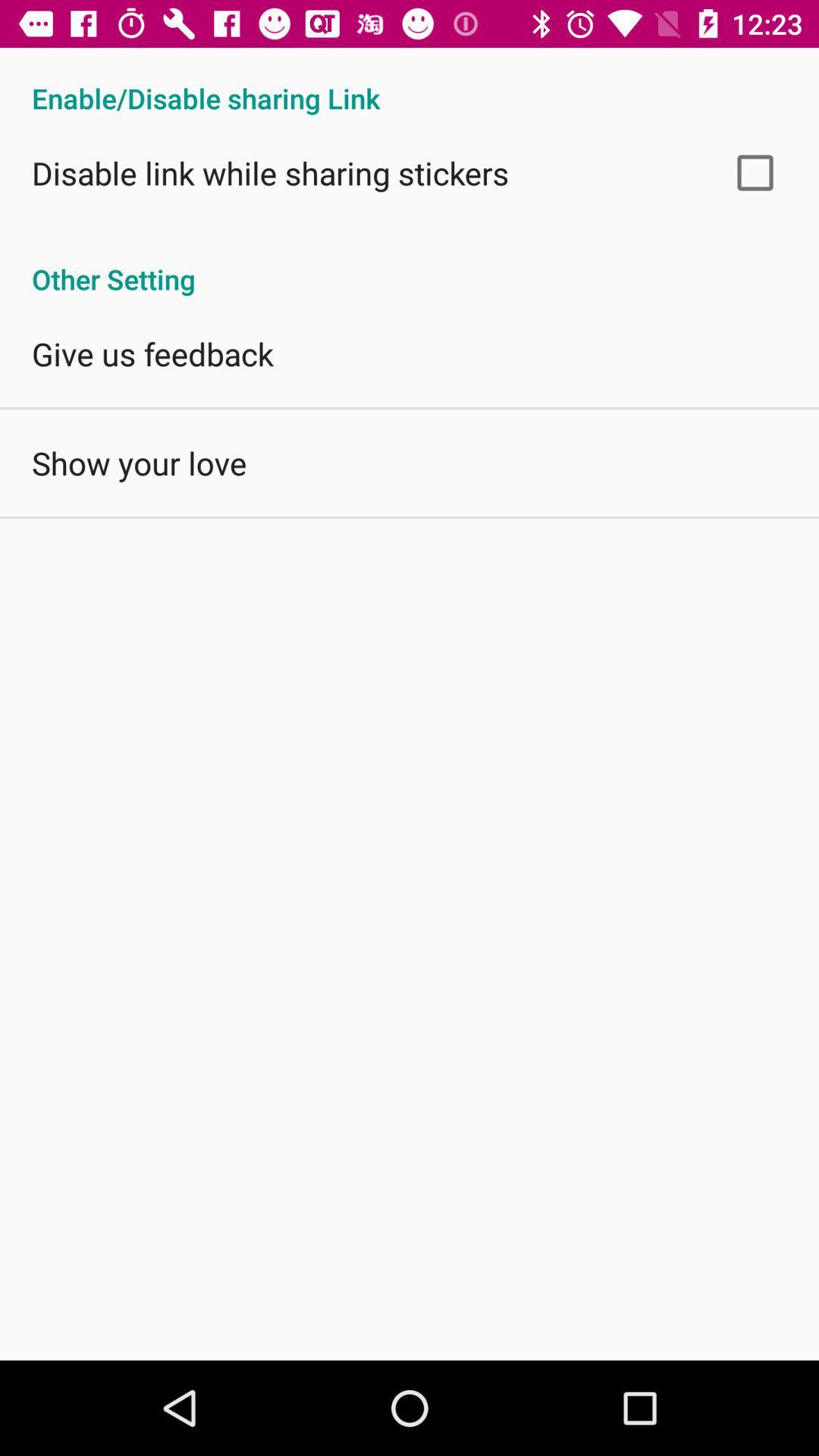 The image size is (819, 1456). I want to click on other setting app, so click(409, 263).